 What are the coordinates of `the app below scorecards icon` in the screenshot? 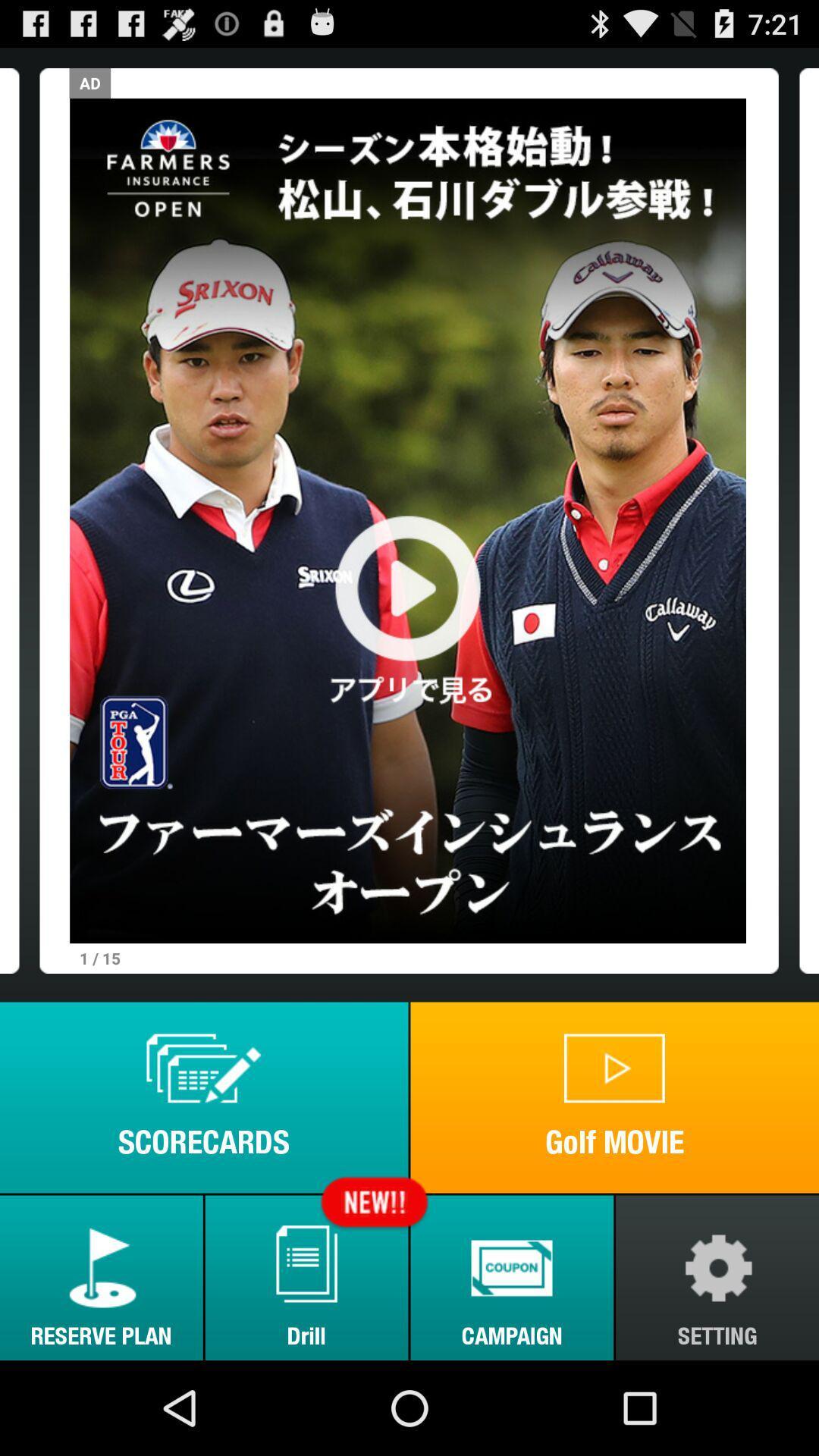 It's located at (101, 1277).